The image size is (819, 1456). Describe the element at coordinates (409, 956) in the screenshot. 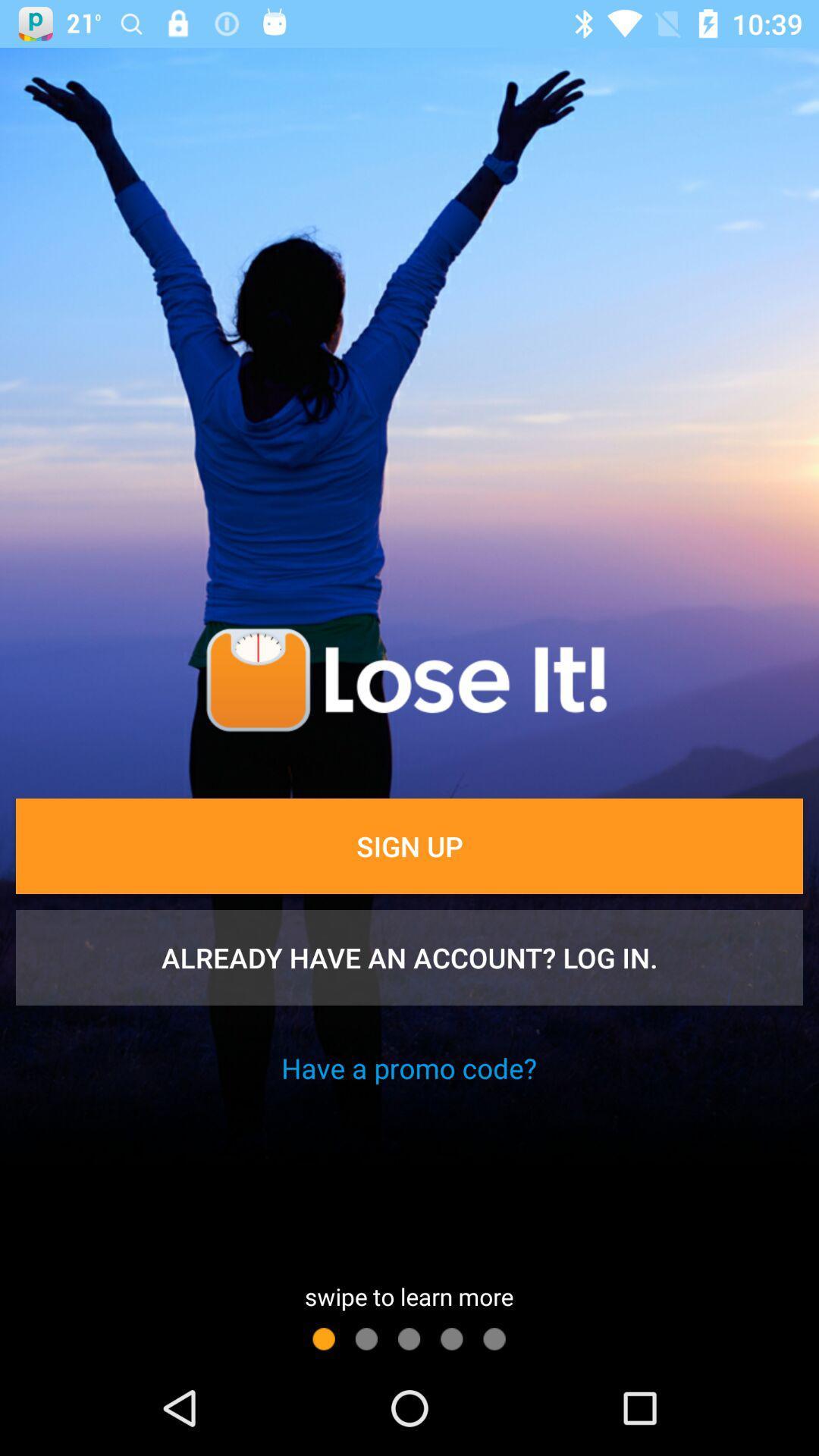

I see `icon above have a promo` at that location.